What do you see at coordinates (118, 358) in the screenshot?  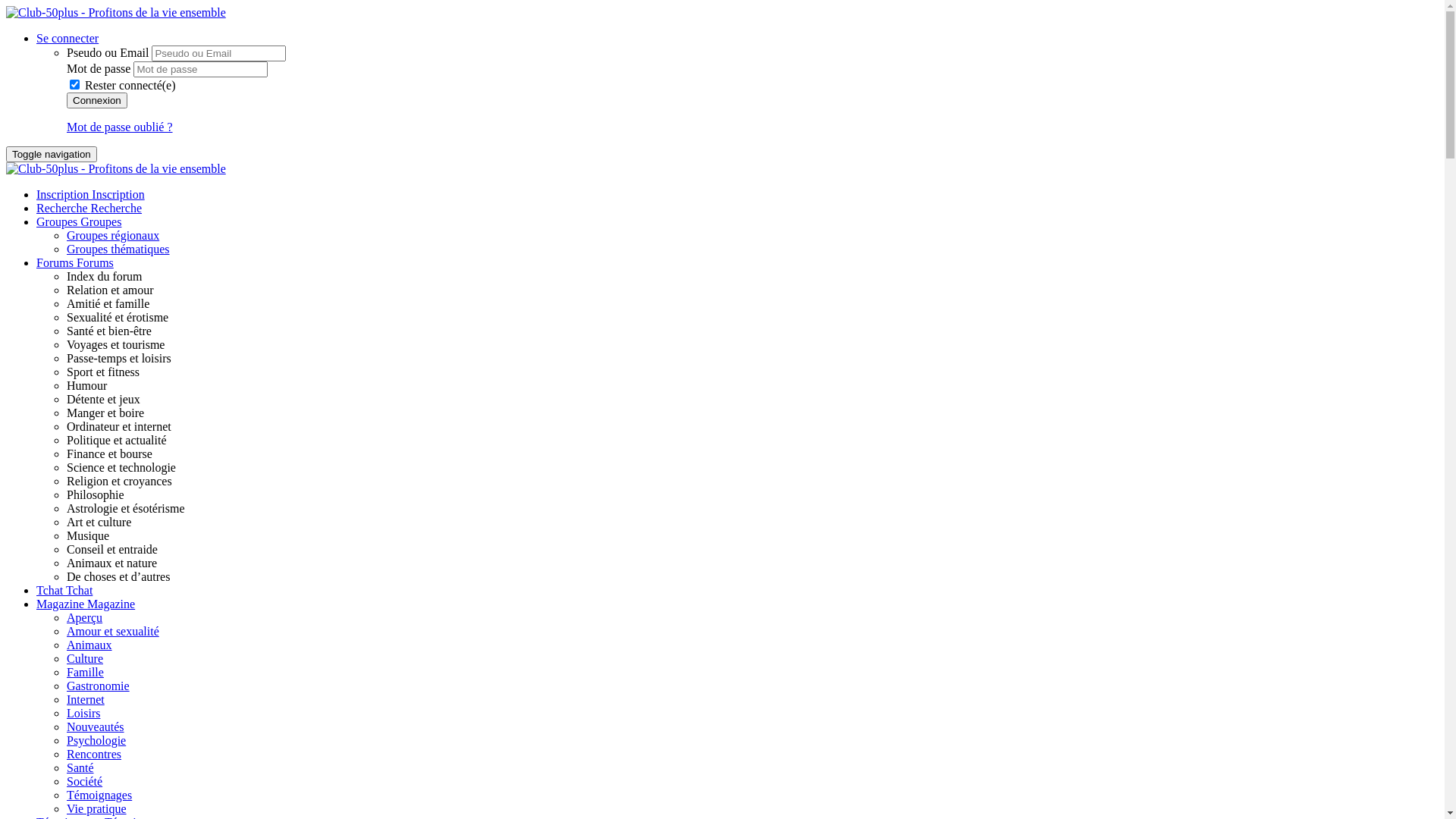 I see `'Passe-temps et loisirs'` at bounding box center [118, 358].